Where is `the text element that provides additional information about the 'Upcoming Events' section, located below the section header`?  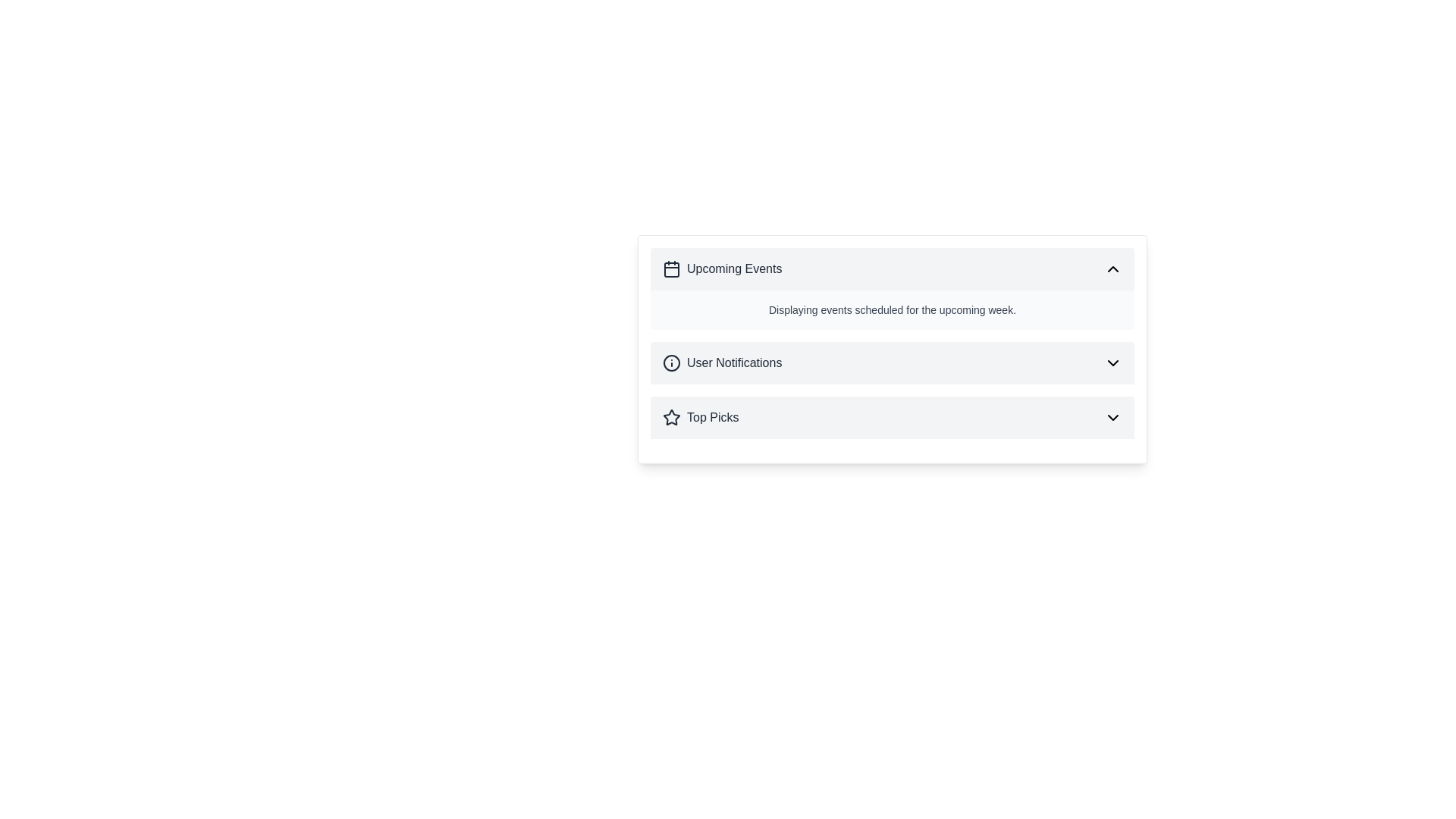 the text element that provides additional information about the 'Upcoming Events' section, located below the section header is located at coordinates (892, 309).